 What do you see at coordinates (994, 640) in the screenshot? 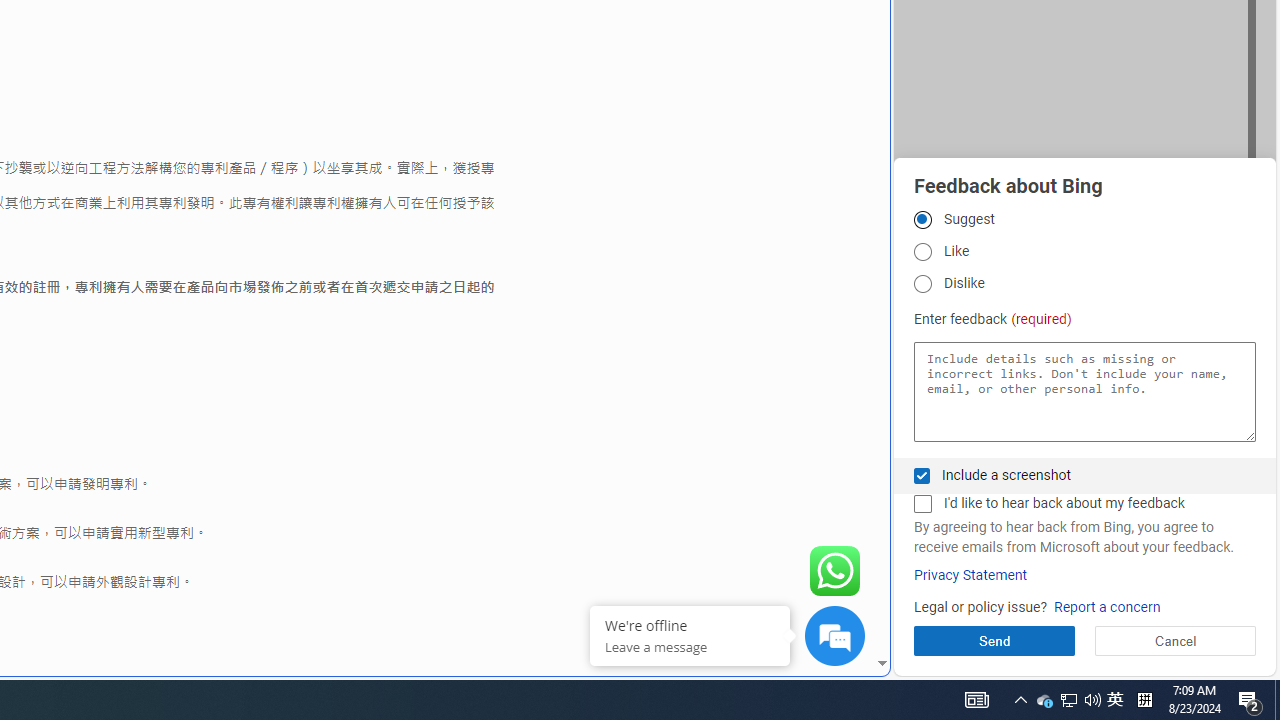
I see `'Send'` at bounding box center [994, 640].